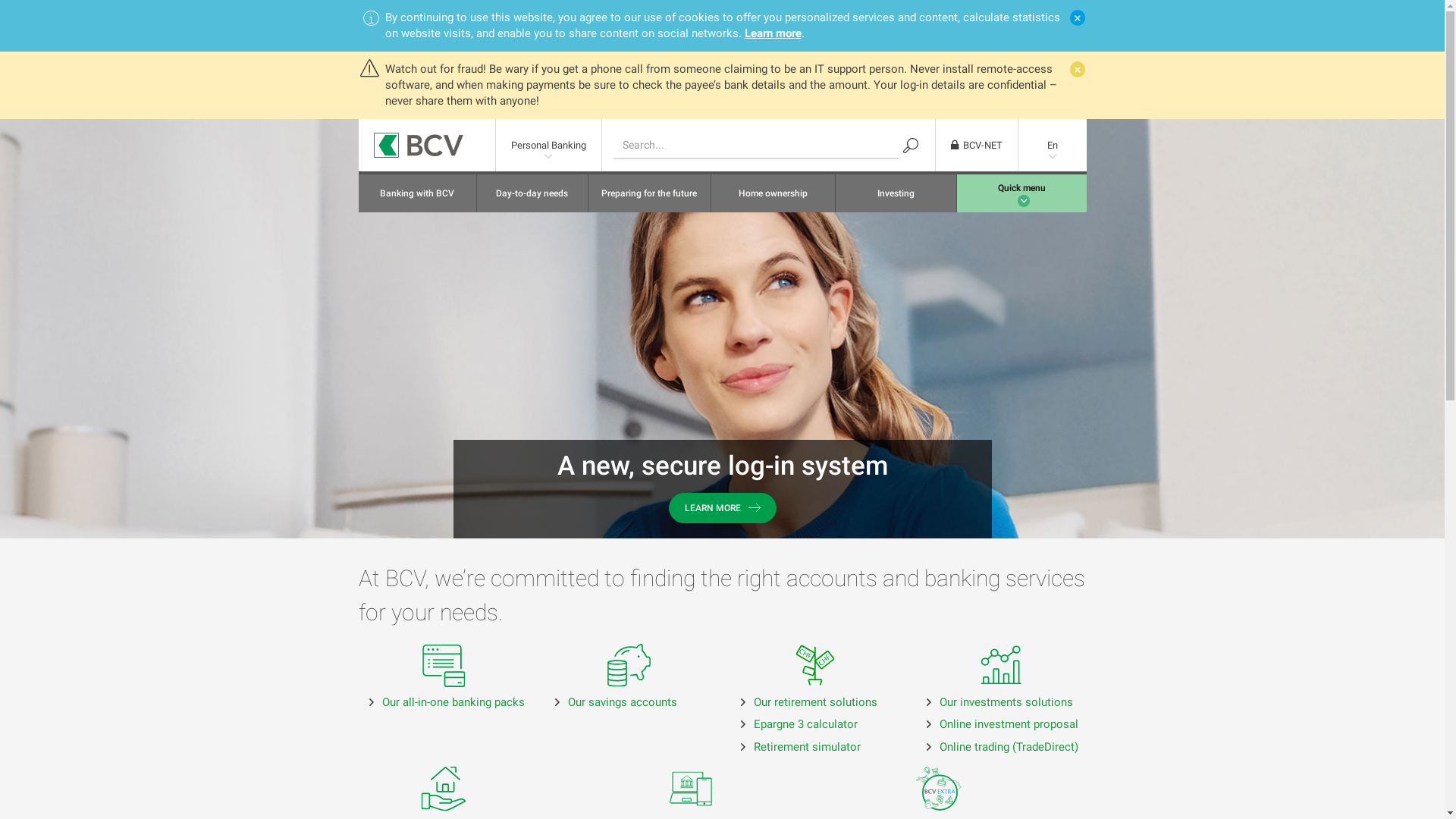 The image size is (1456, 819). Describe the element at coordinates (548, 145) in the screenshot. I see `'Personal Banking'` at that location.